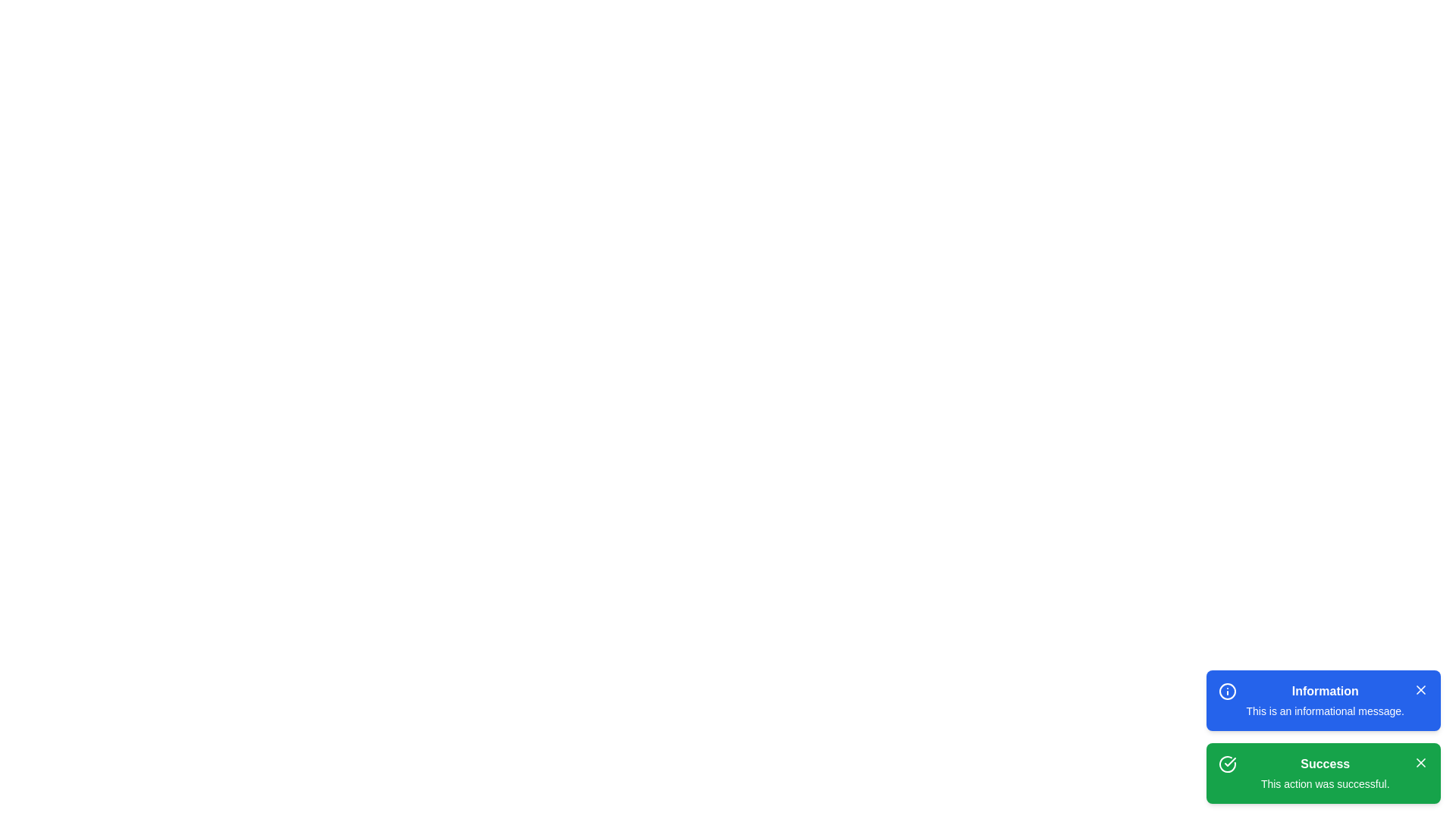 The height and width of the screenshot is (819, 1456). What do you see at coordinates (1420, 763) in the screenshot?
I see `the Close Button, which is a small white 'X' icon located in the top-right corner of a green notification box that displays a success message` at bounding box center [1420, 763].